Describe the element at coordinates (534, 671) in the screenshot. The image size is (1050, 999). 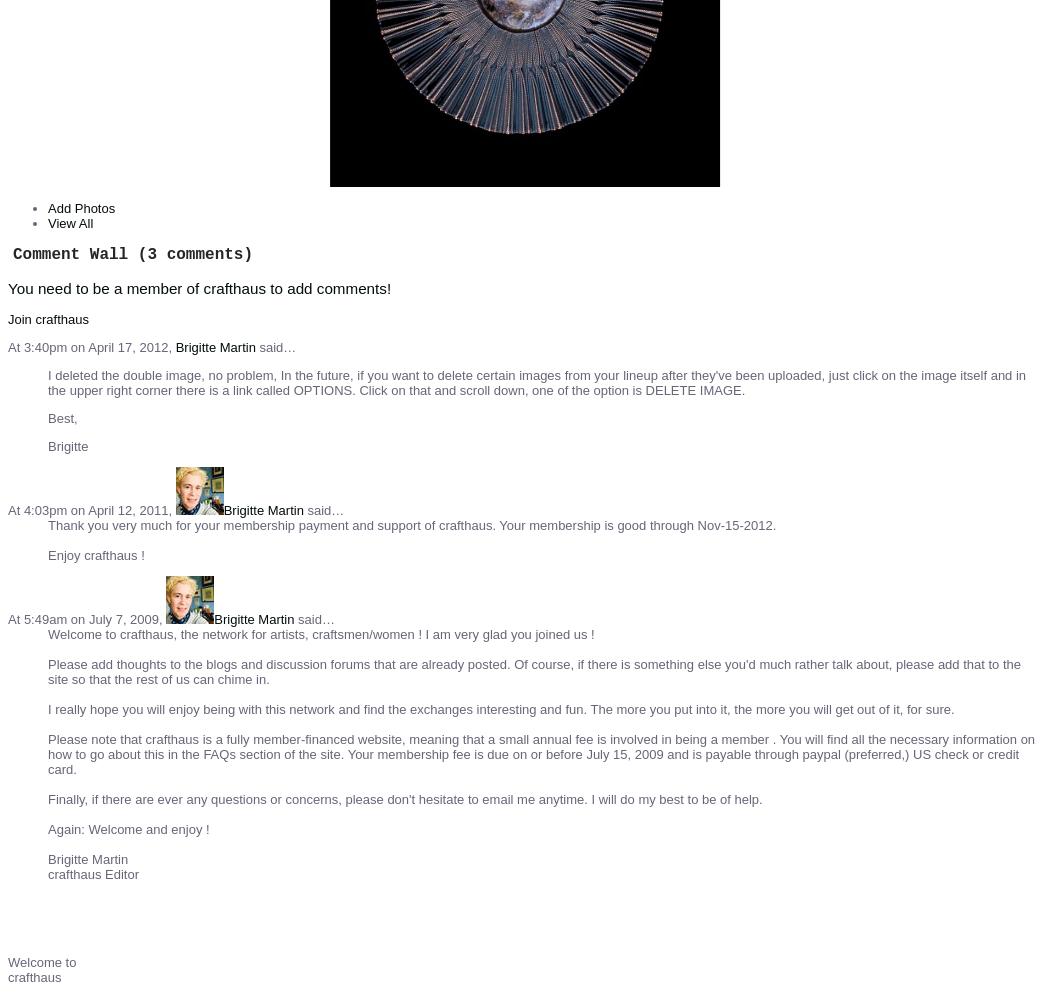
I see `'Please add thoughts to the blogs and discussion forums that are already posted. Of course, if there is something else you'd much rather talk about, please add that to the site so that the rest of us can chime in.'` at that location.